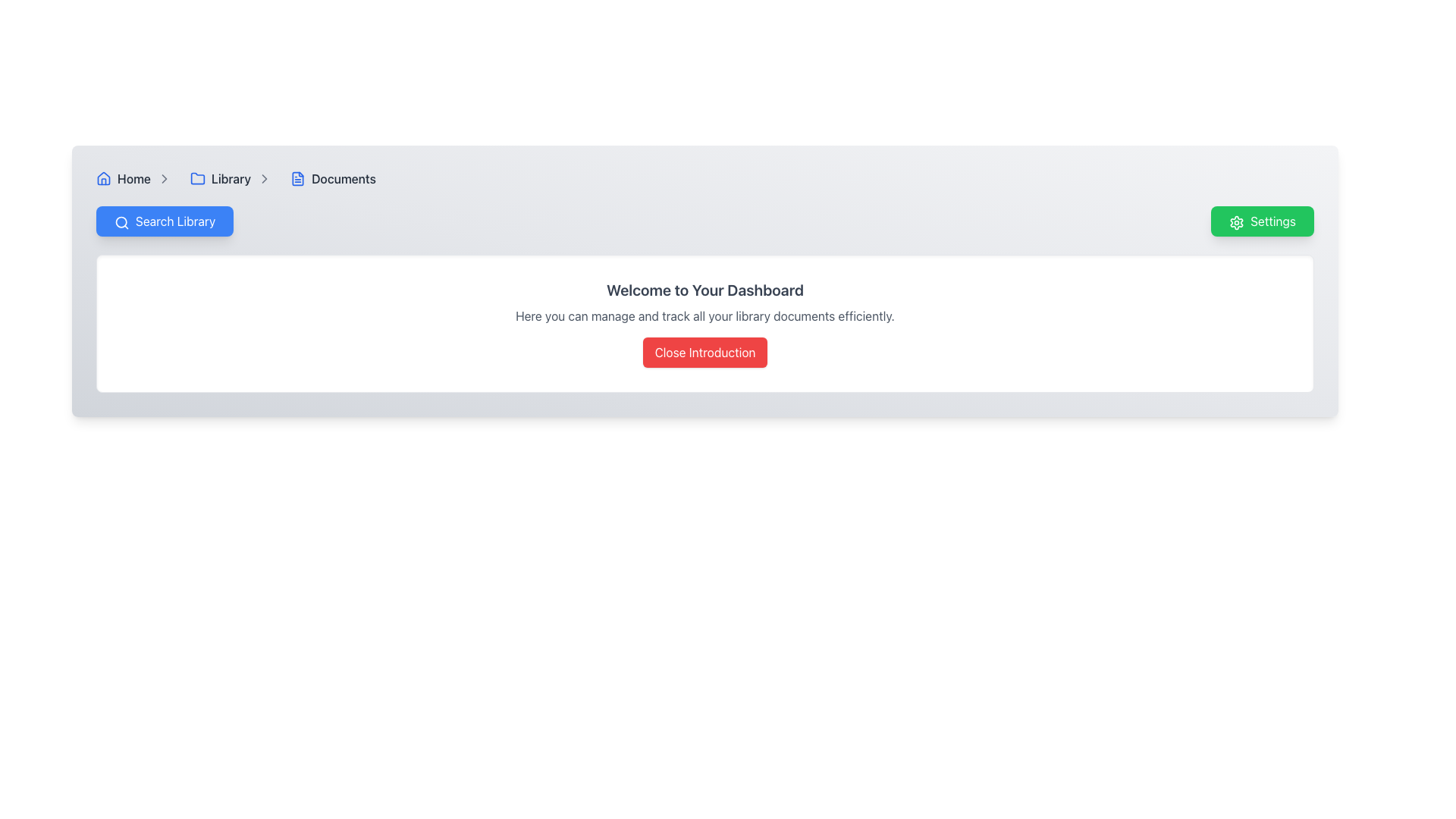 The height and width of the screenshot is (819, 1456). I want to click on the SVG icon representing the 'Documents' section in the breadcrumb navigation for information, so click(298, 177).